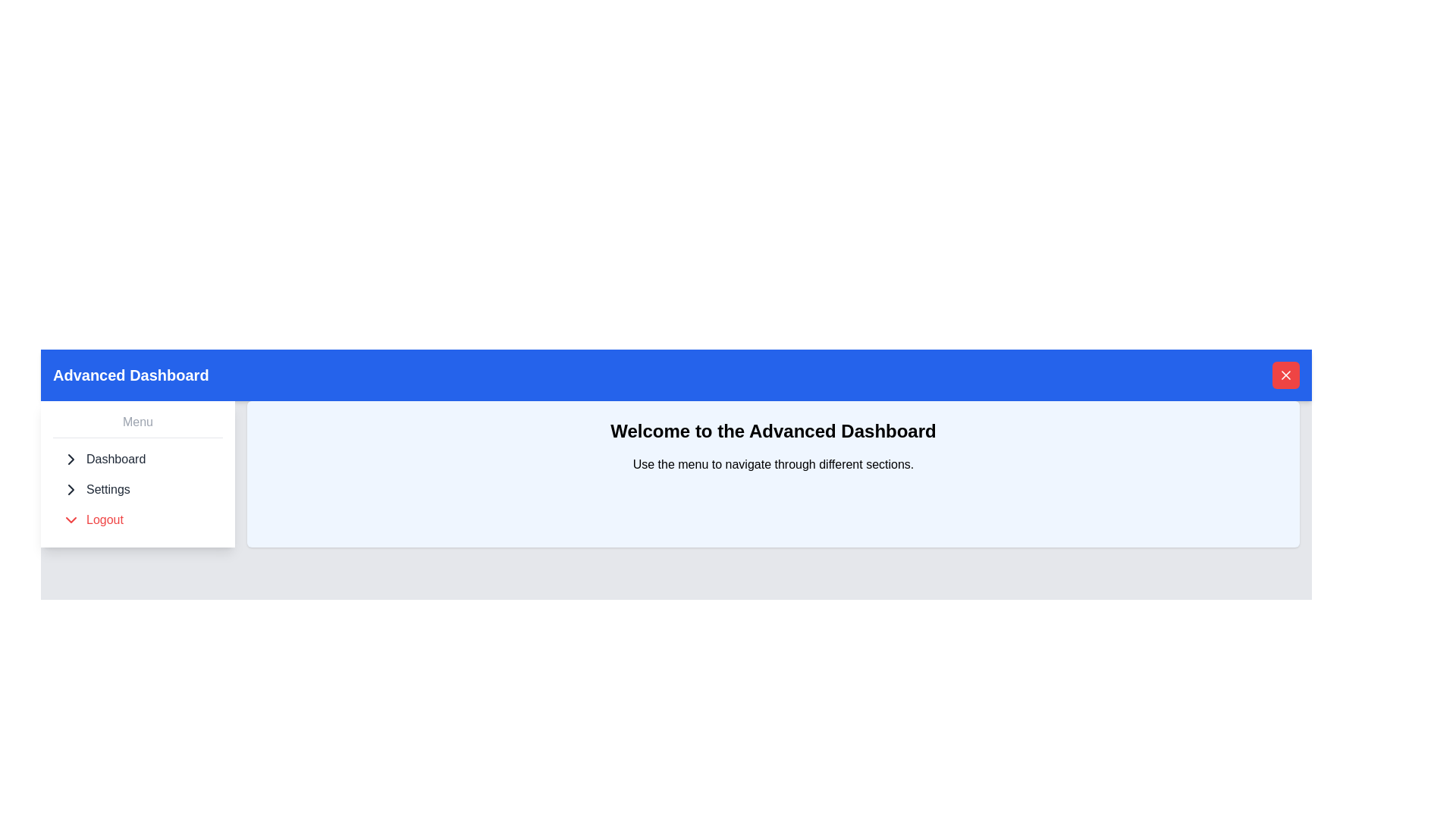 This screenshot has height=819, width=1456. I want to click on the 'Menu' label, which is a gray text label located in the sidebar on the left side of the interface, near the top section, so click(138, 421).